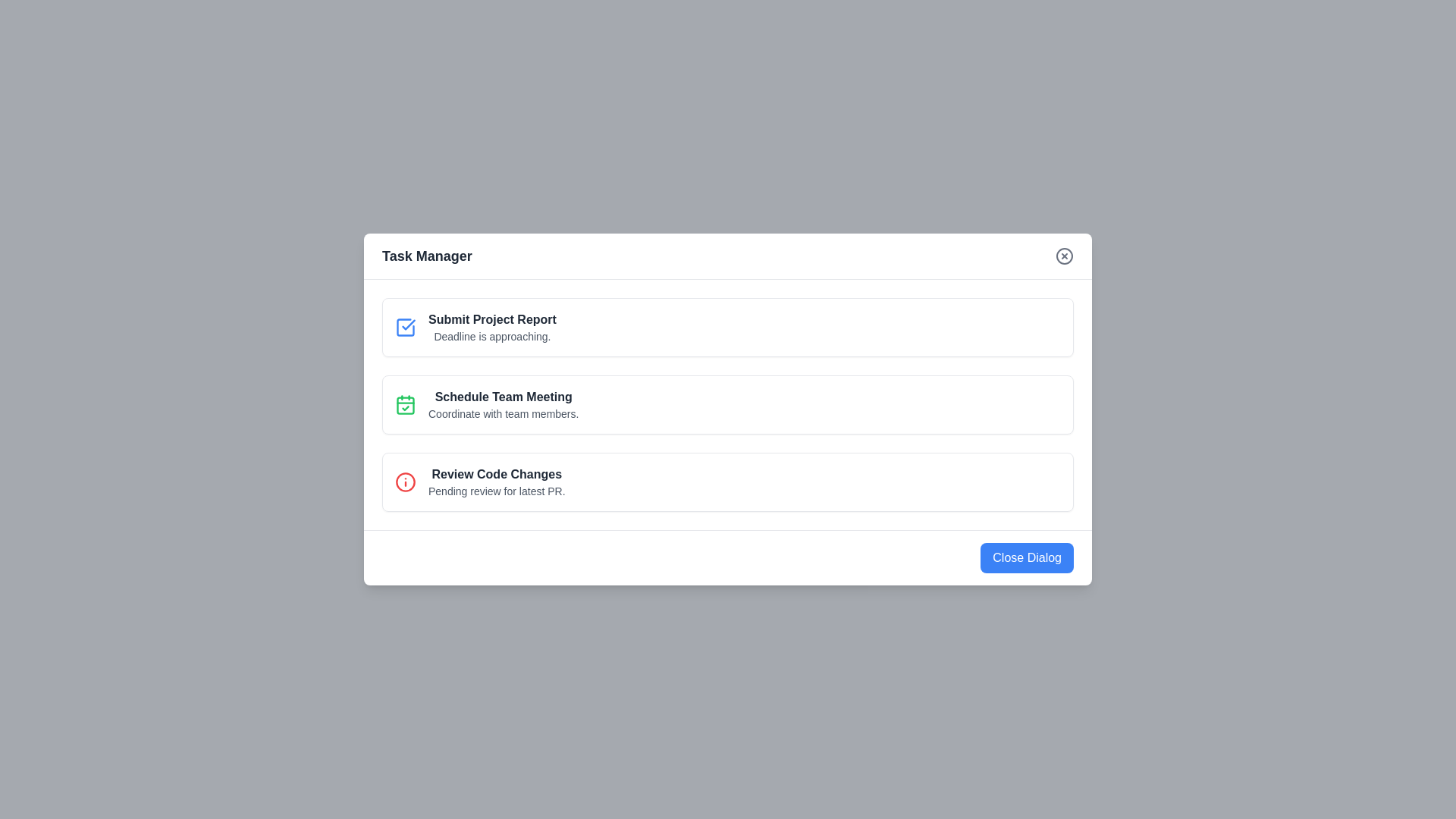 Image resolution: width=1456 pixels, height=819 pixels. I want to click on 'Close Dialog' button to close the dialog, so click(1027, 558).